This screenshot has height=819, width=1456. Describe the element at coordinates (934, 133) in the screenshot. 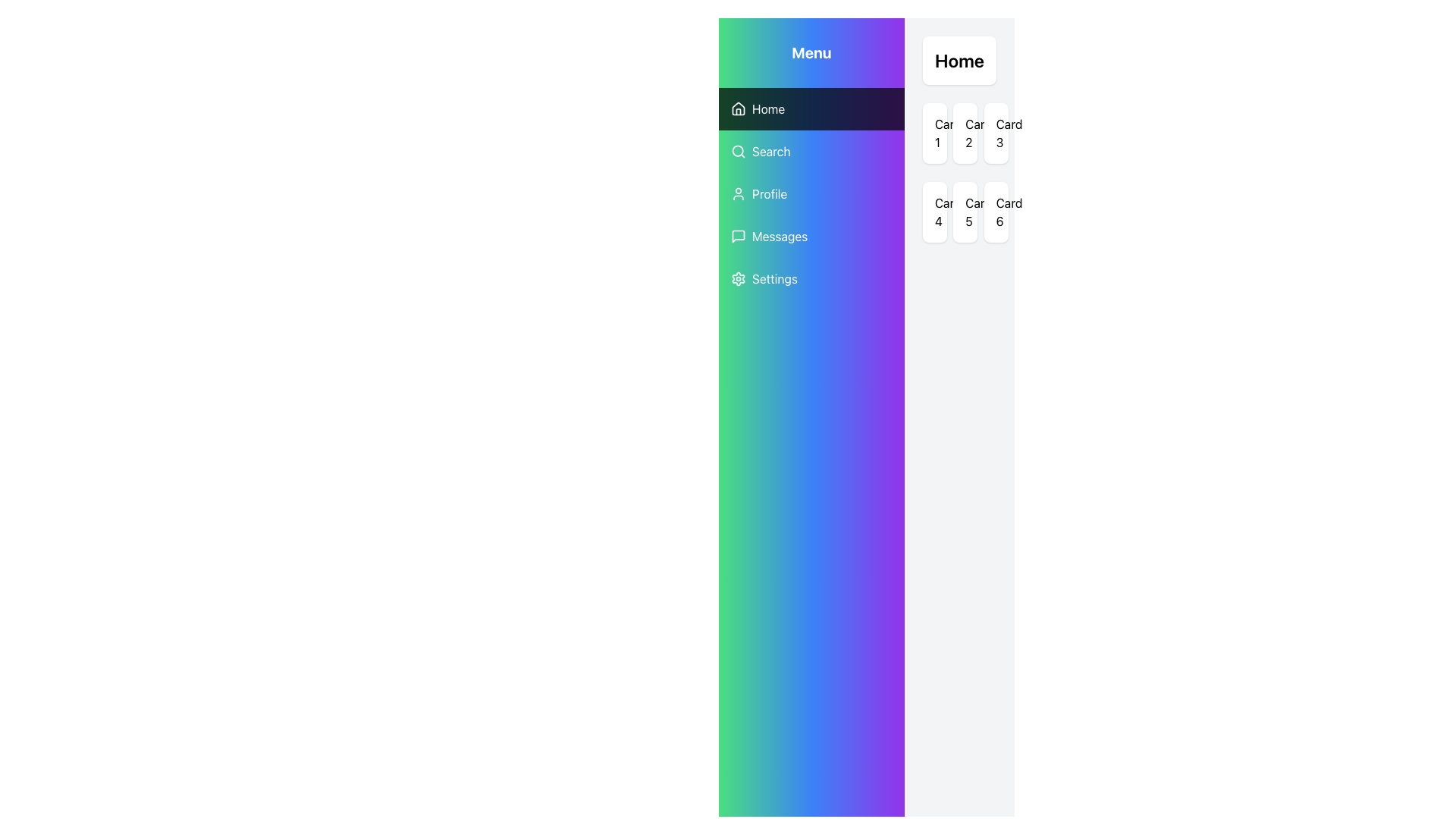

I see `the first card in the grid layout, which has a white background, rounded corners, and displays the text 'Card 1'` at that location.